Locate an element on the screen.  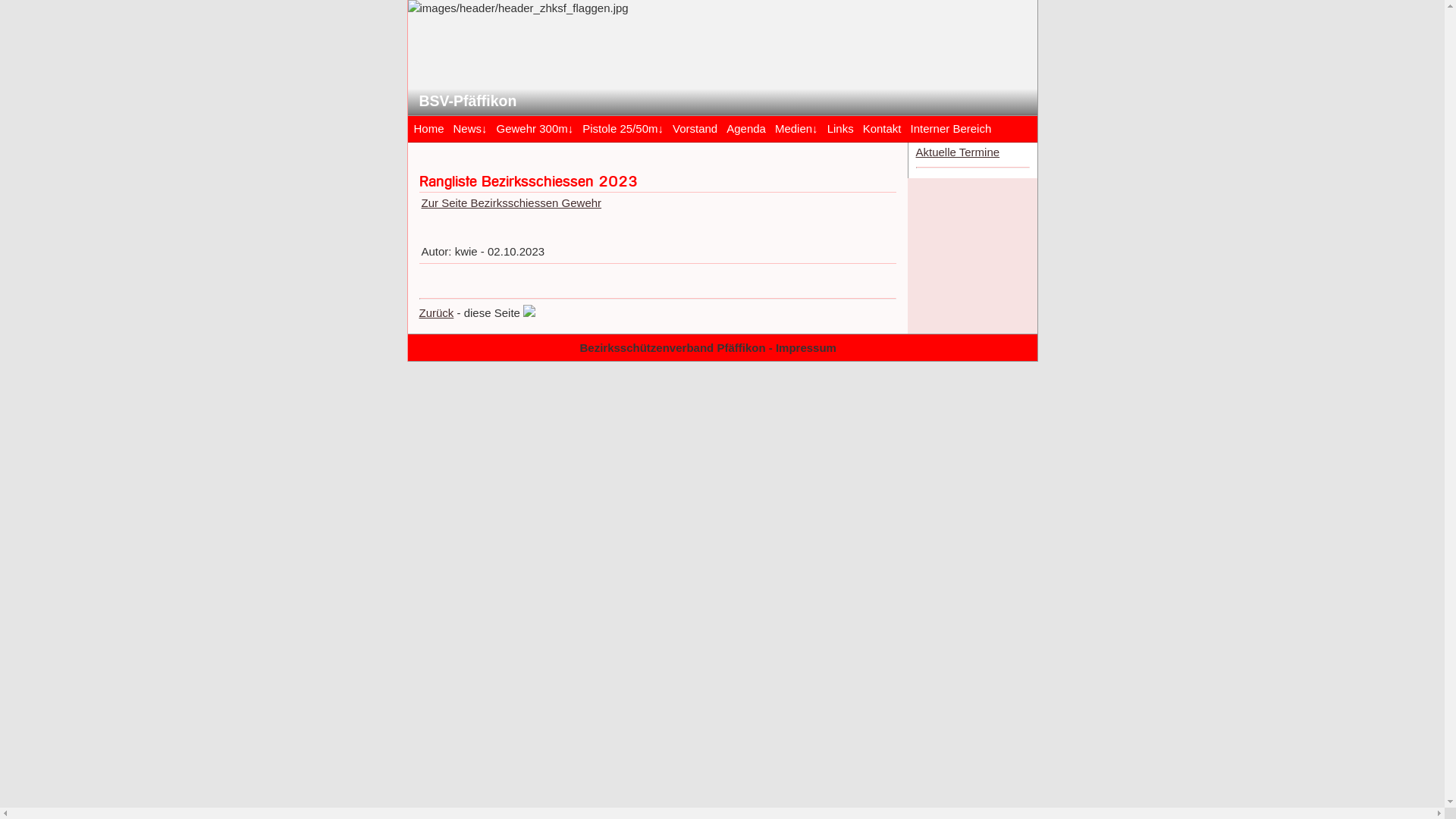
'Links' is located at coordinates (839, 127).